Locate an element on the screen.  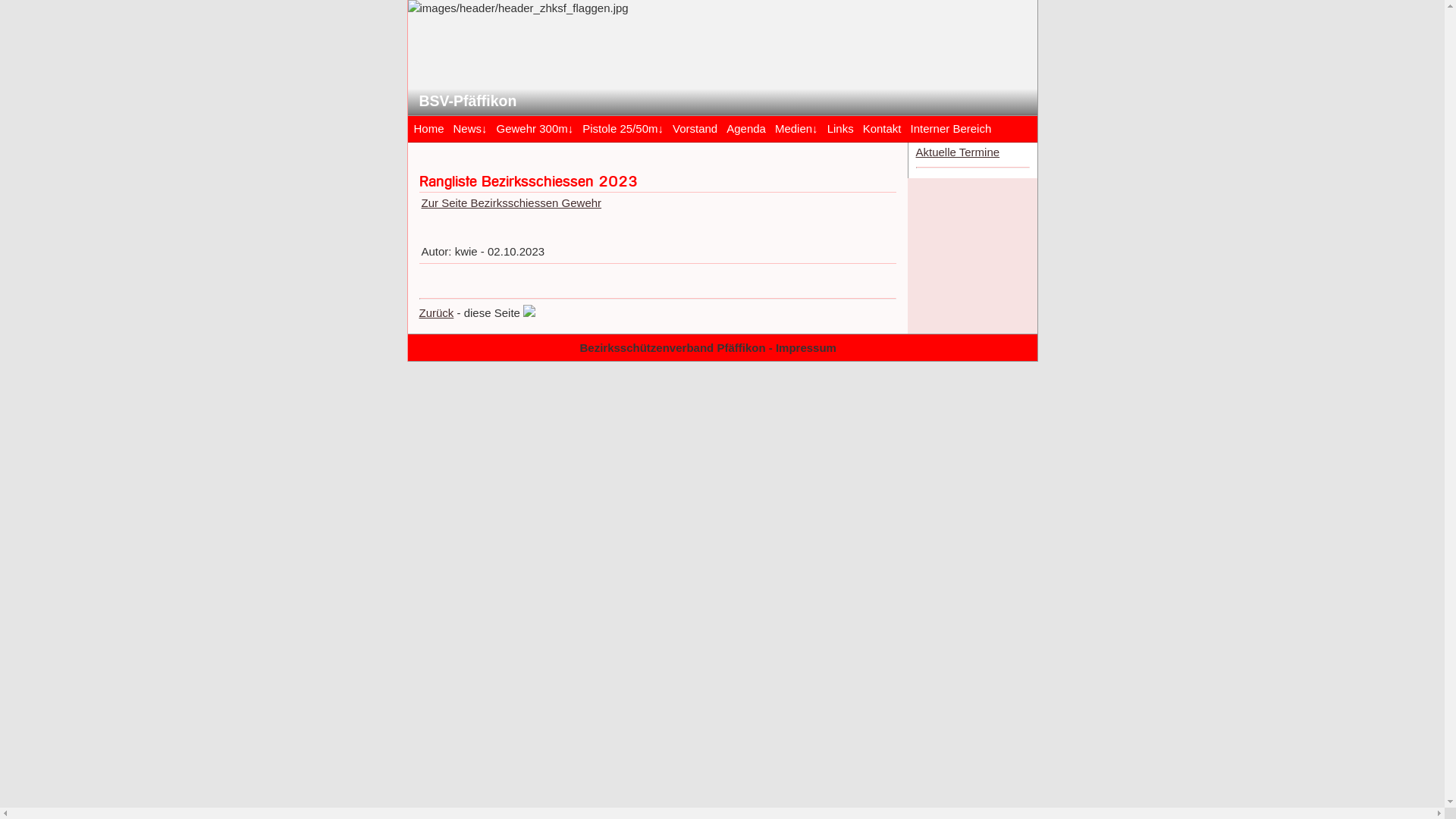
'Links' is located at coordinates (839, 127).